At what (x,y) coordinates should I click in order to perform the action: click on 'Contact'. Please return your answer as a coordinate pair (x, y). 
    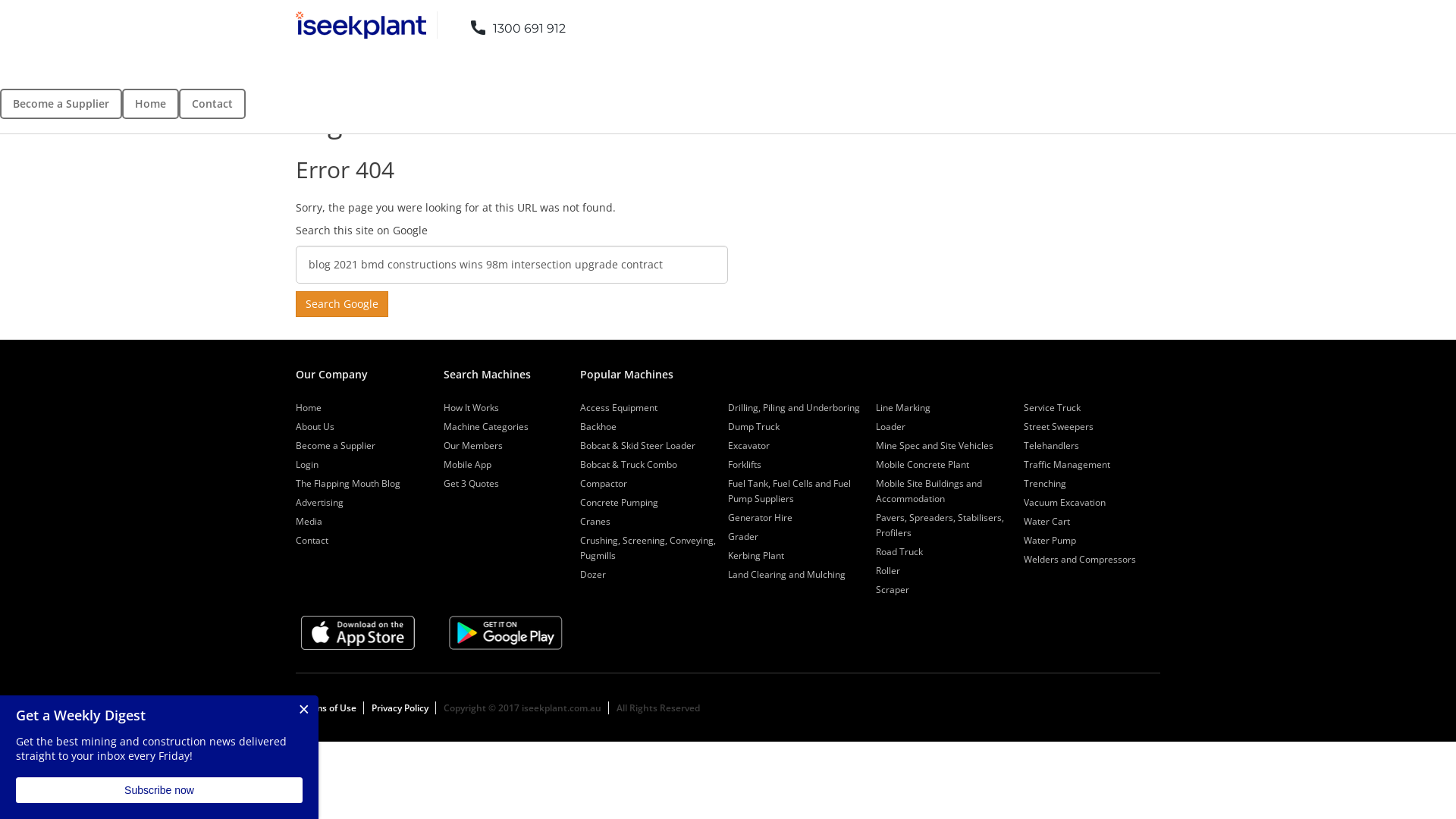
    Looking at the image, I should click on (311, 539).